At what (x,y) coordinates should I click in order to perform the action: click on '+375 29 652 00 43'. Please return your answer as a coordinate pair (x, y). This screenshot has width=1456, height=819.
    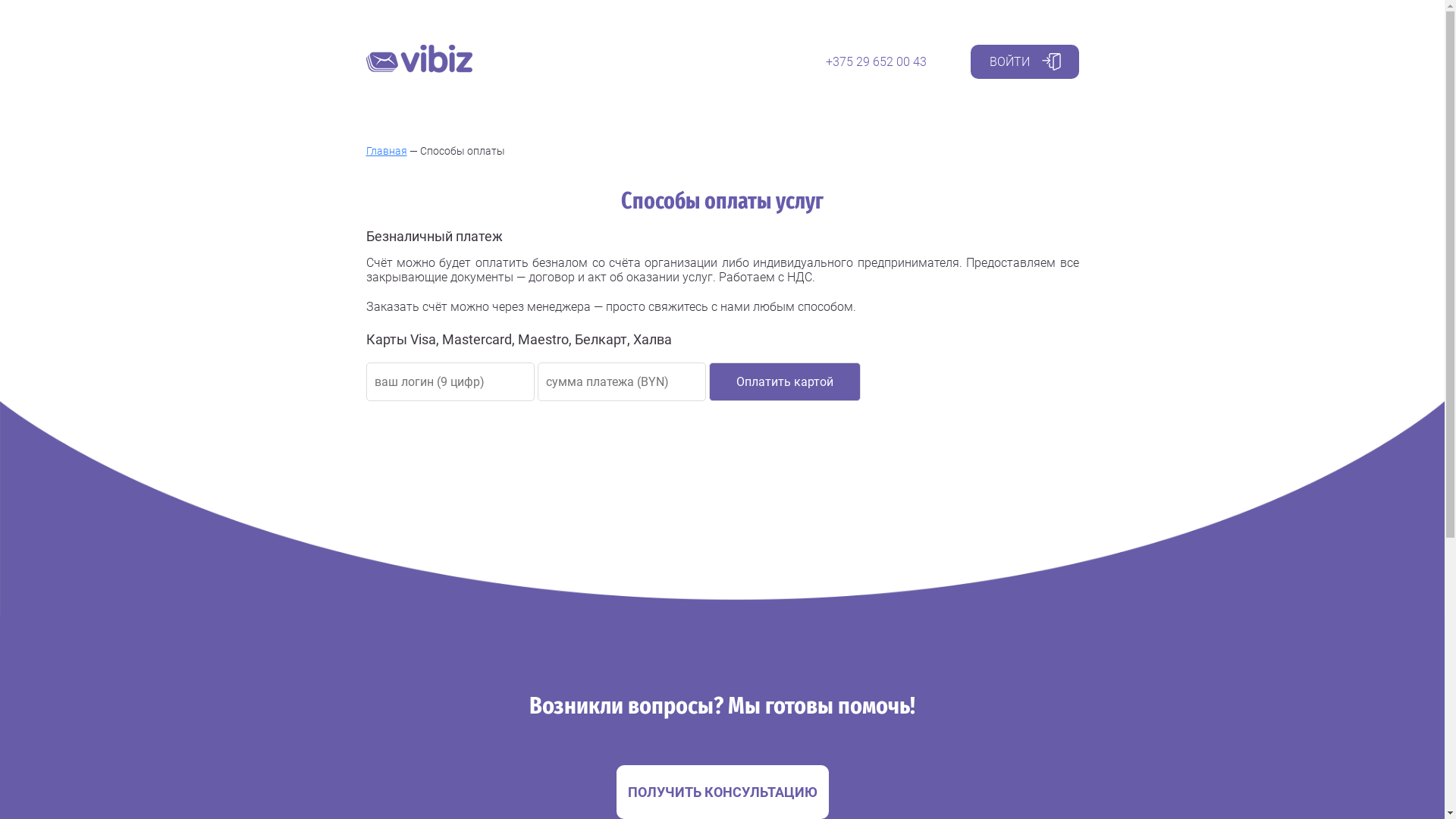
    Looking at the image, I should click on (875, 61).